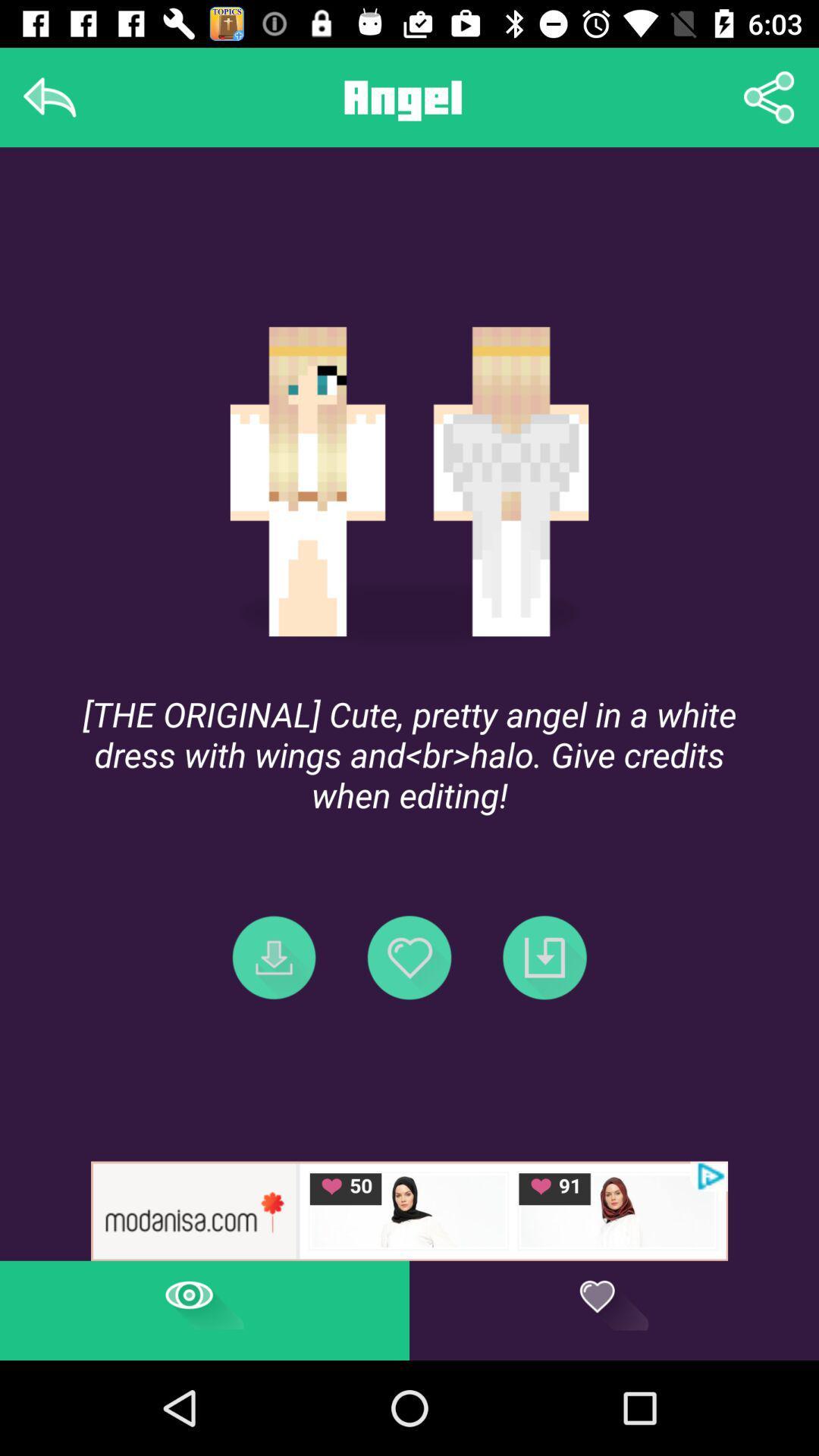 The width and height of the screenshot is (819, 1456). I want to click on the favorite icon, so click(409, 956).